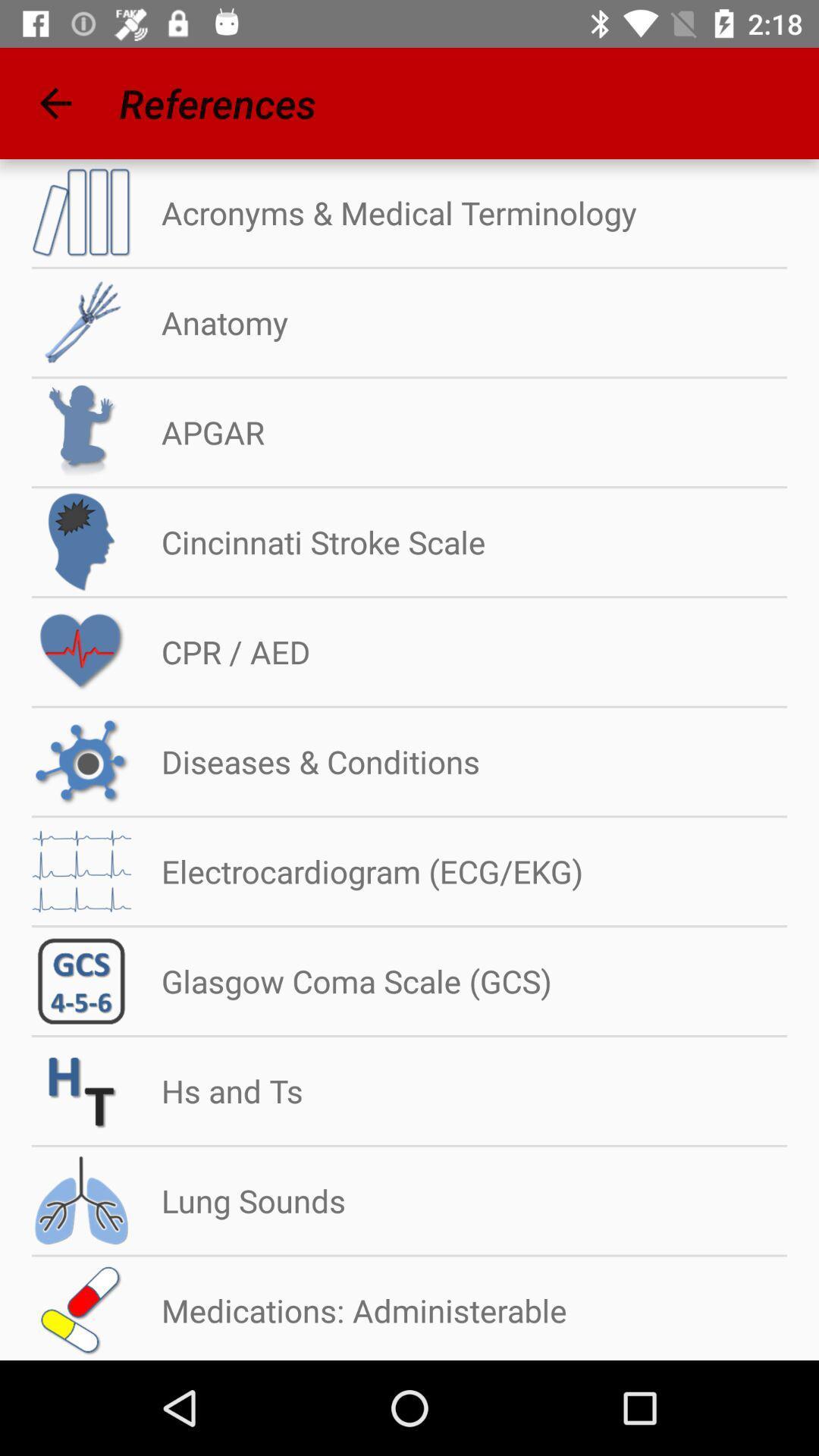 The image size is (819, 1456). I want to click on icon to the left of the references icon, so click(55, 102).